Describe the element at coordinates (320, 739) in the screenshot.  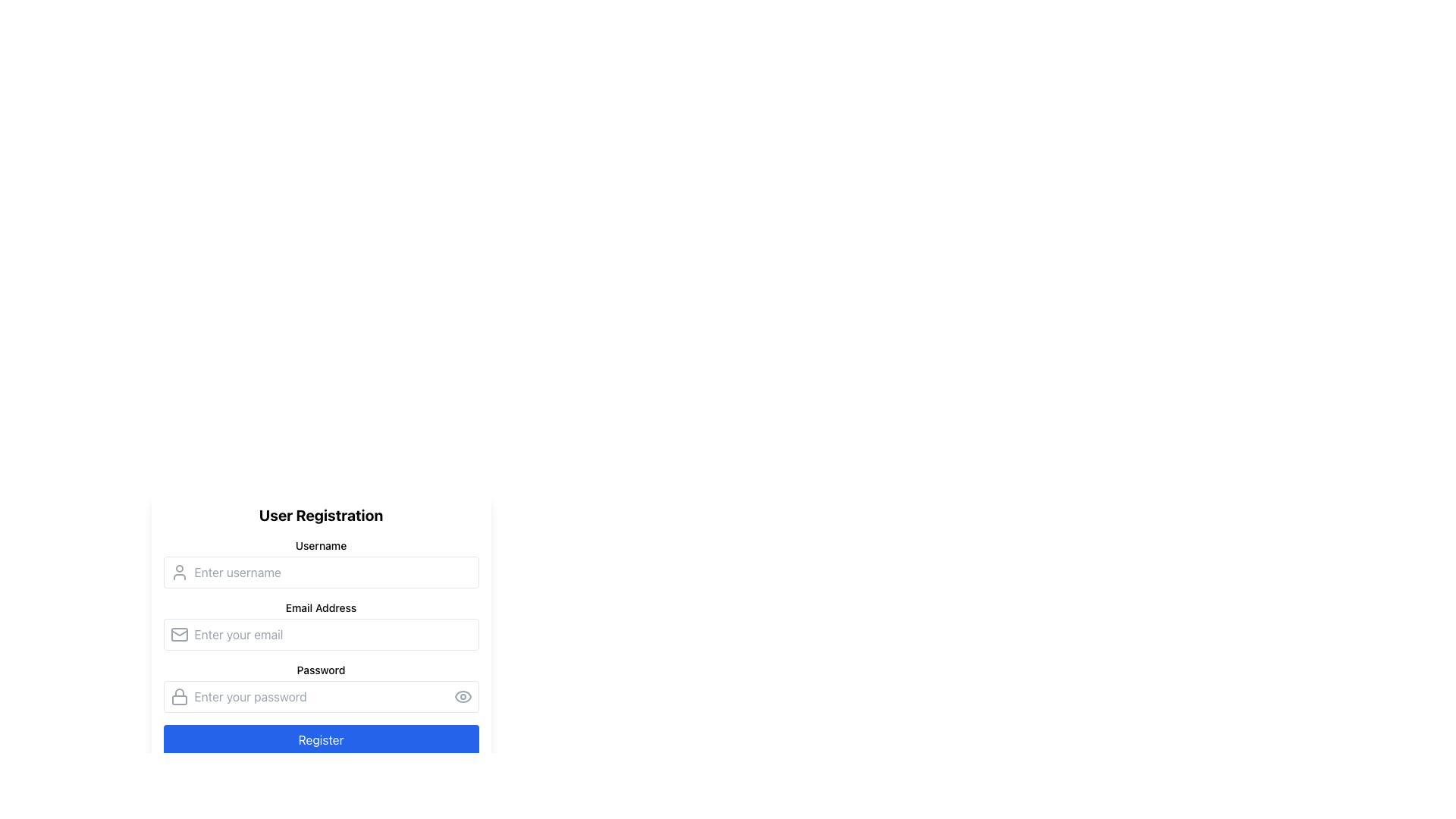
I see `the submit button located at the bottom of the user registration form` at that location.